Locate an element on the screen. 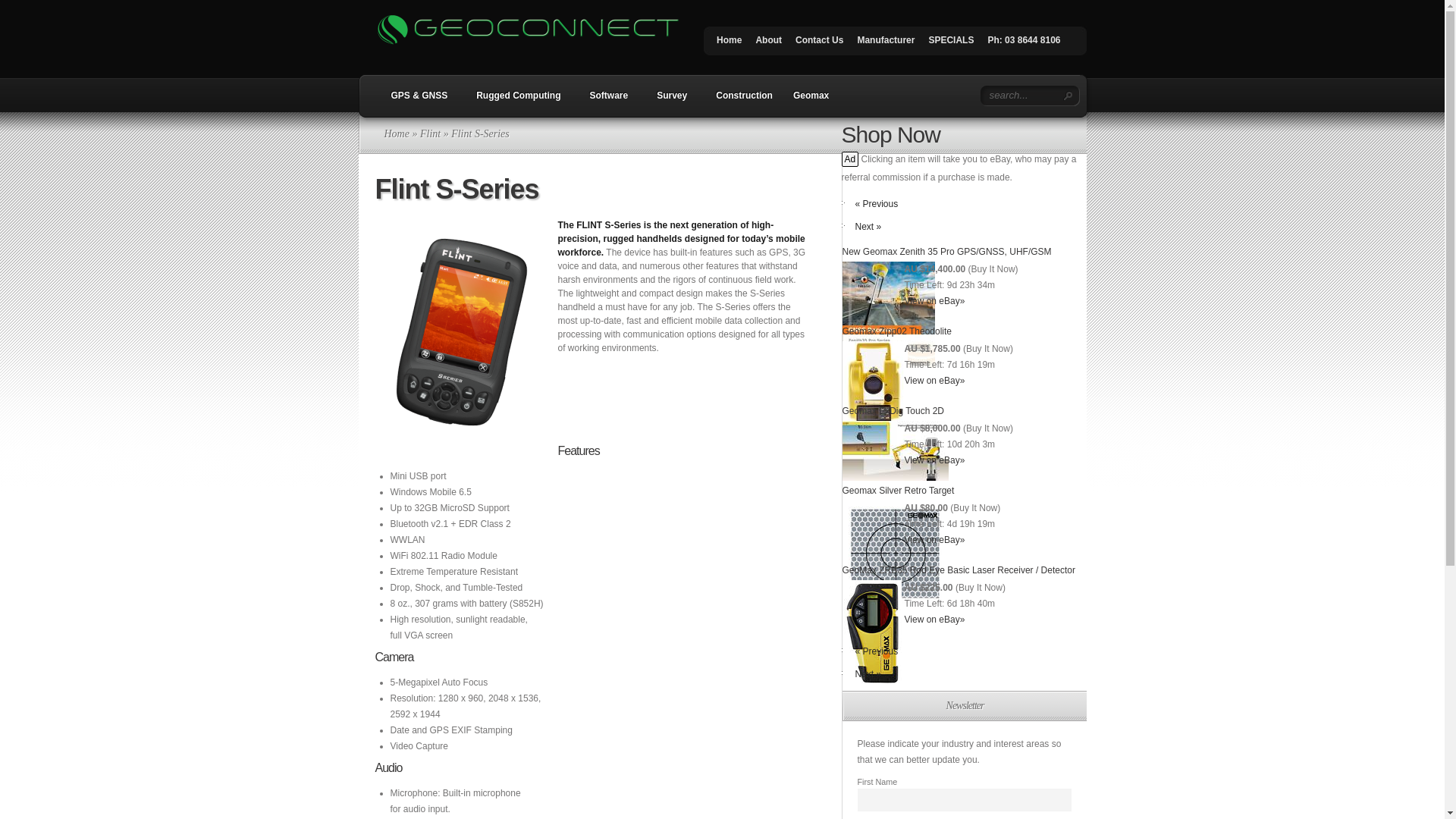  'Ph: 03 8644 8106' is located at coordinates (1023, 42).